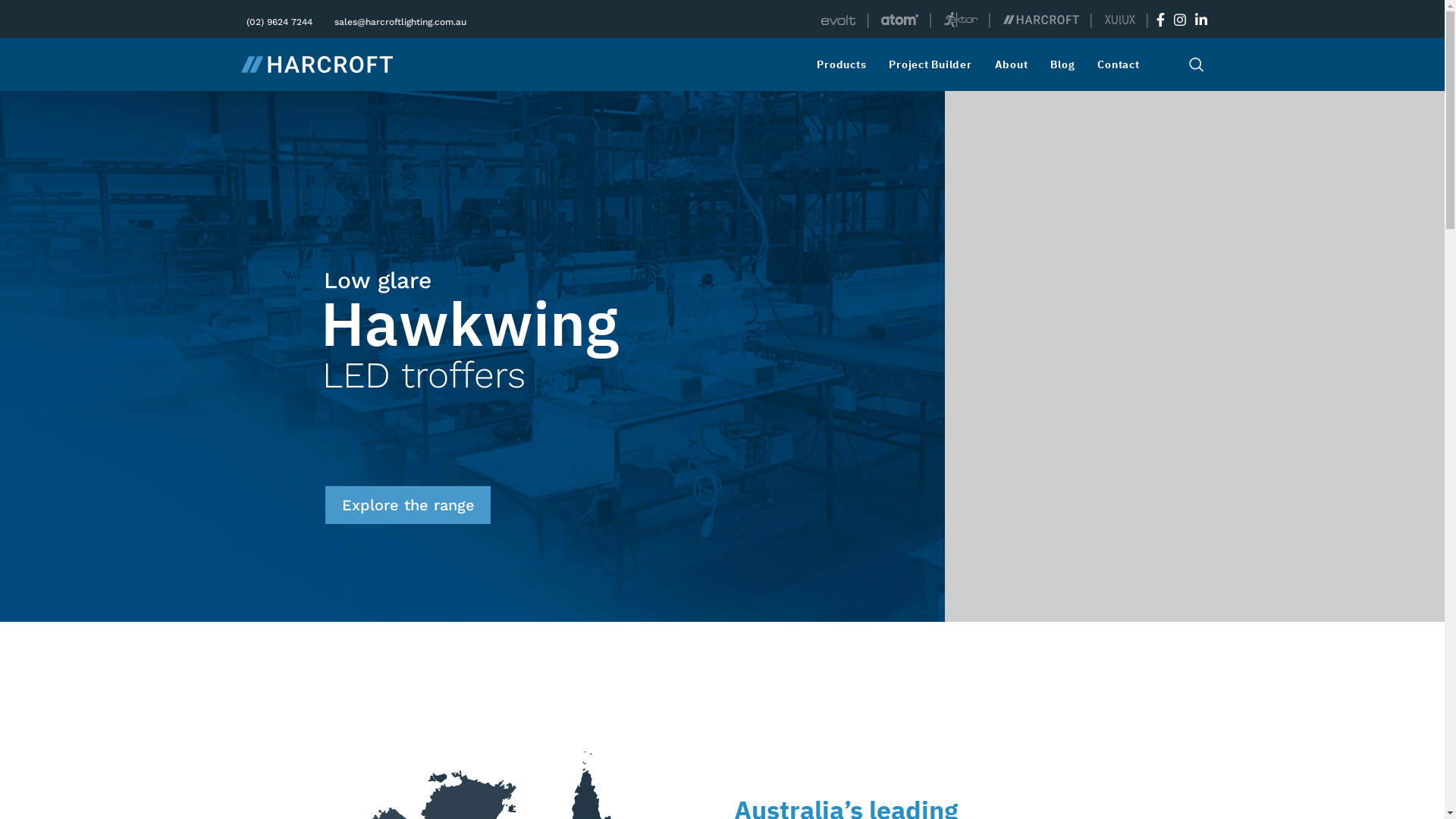  What do you see at coordinates (1040, 19) in the screenshot?
I see `'Harcroft Lighting'` at bounding box center [1040, 19].